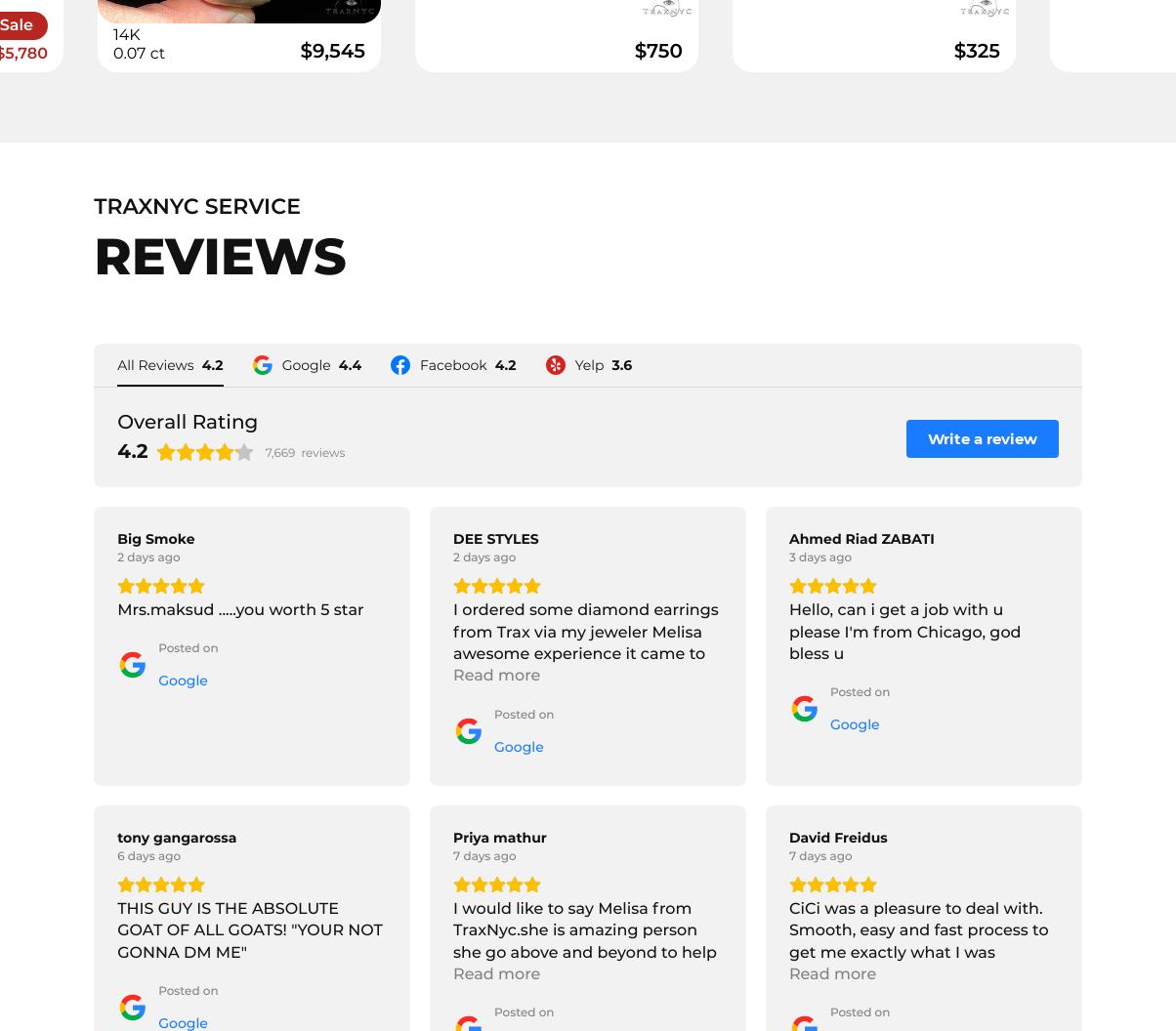 The image size is (1176, 1031). What do you see at coordinates (788, 941) in the screenshot?
I see `'CiCi was a pleasure to deal with.
Smooth, easy and fast process to get me exactly what I was looking for.'` at bounding box center [788, 941].